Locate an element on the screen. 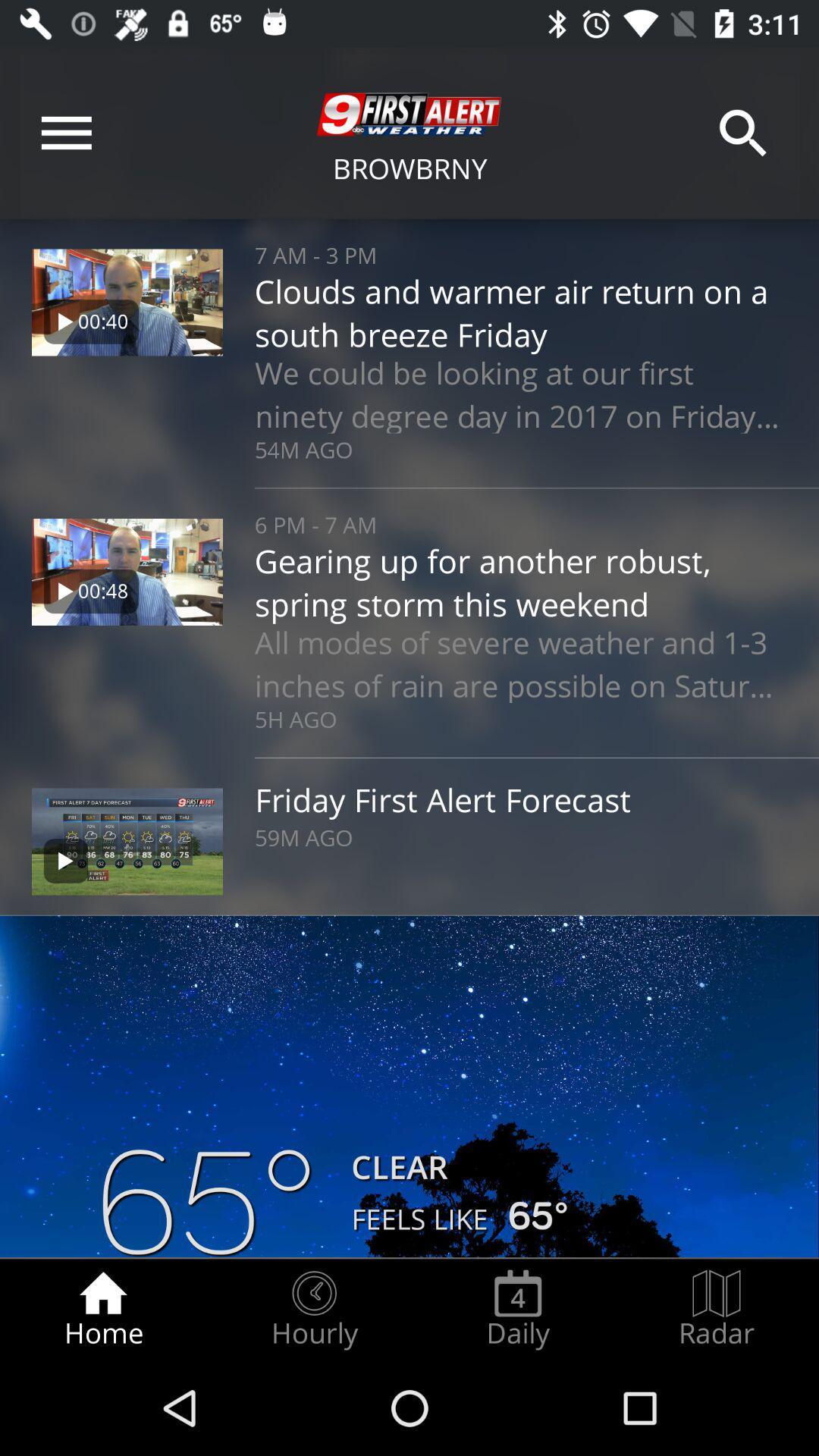 Image resolution: width=819 pixels, height=1456 pixels. the icon next to the hourly is located at coordinates (102, 1309).